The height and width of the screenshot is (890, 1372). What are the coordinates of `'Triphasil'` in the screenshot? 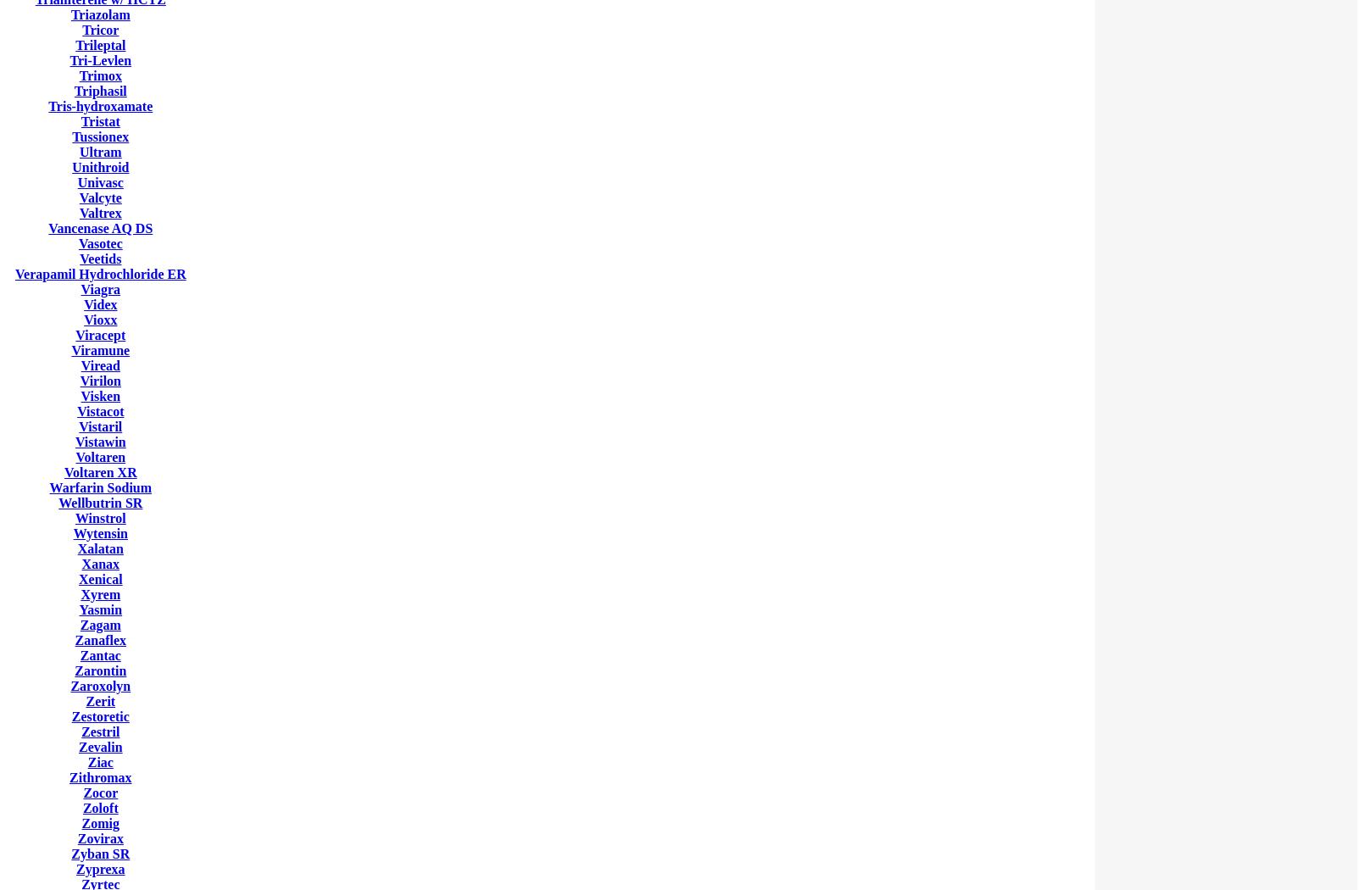 It's located at (100, 91).